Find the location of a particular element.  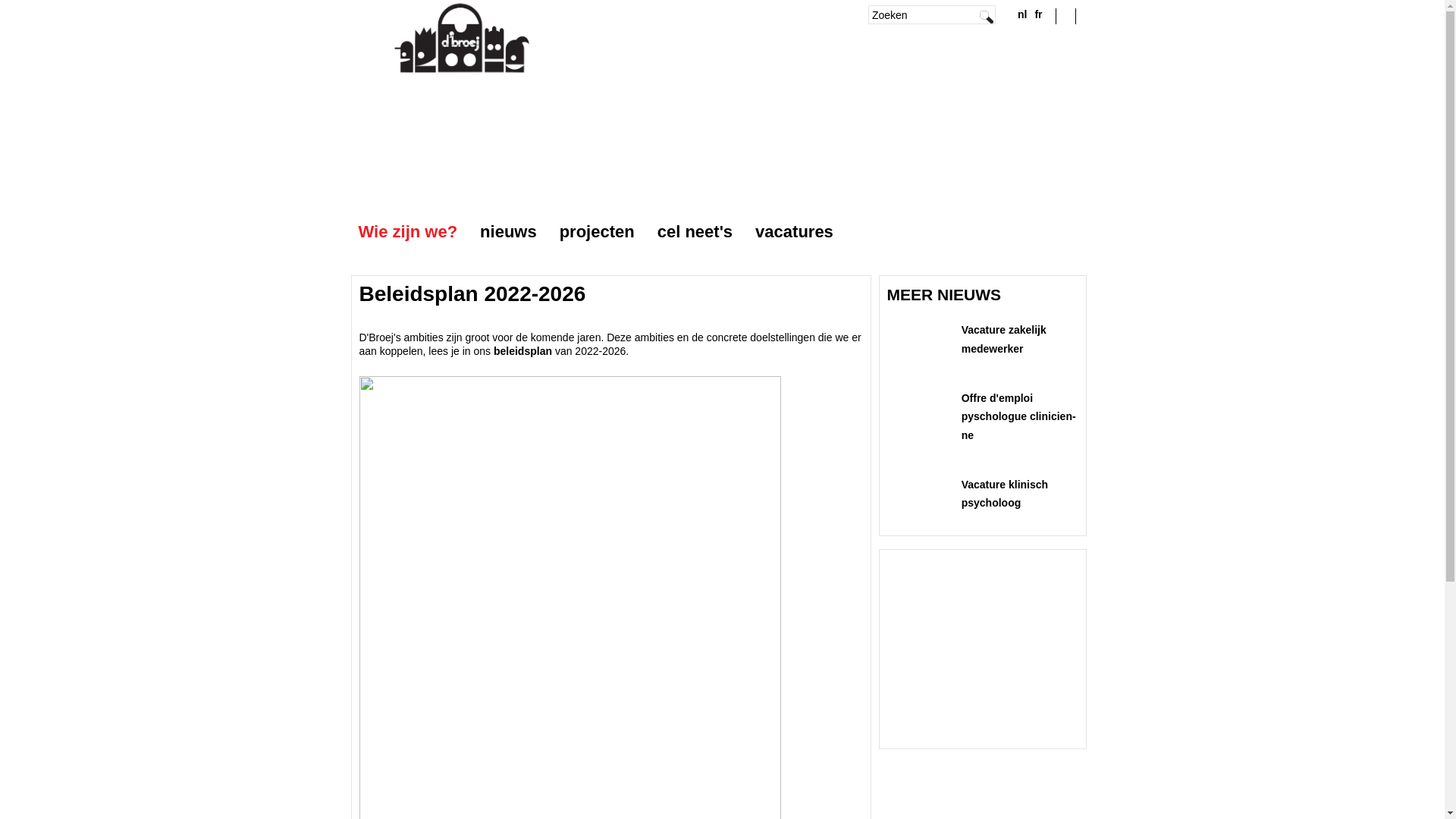

'MEER NIEUWS' is located at coordinates (943, 293).